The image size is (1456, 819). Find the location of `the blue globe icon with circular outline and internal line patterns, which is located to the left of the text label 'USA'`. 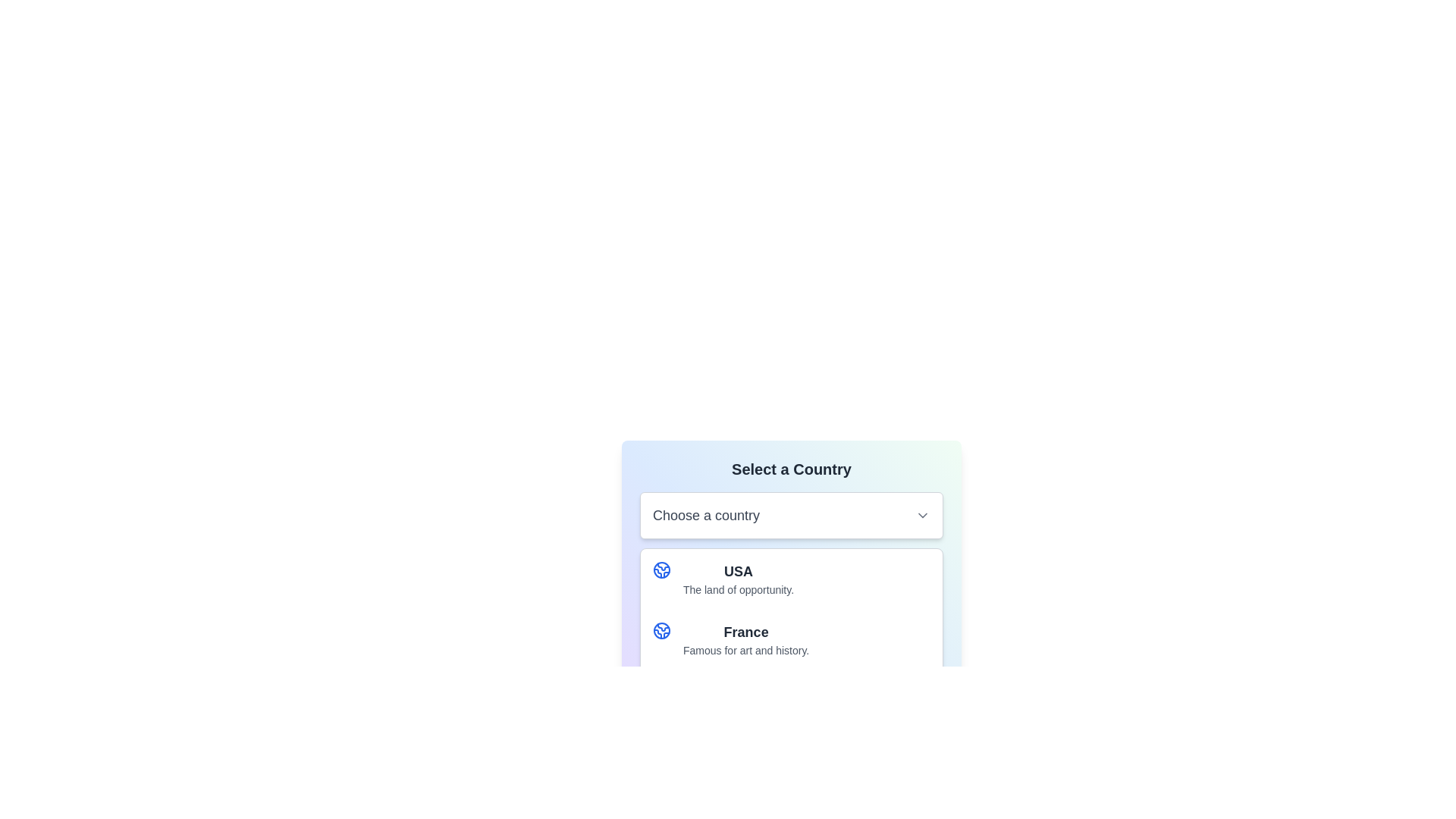

the blue globe icon with circular outline and internal line patterns, which is located to the left of the text label 'USA' is located at coordinates (662, 570).